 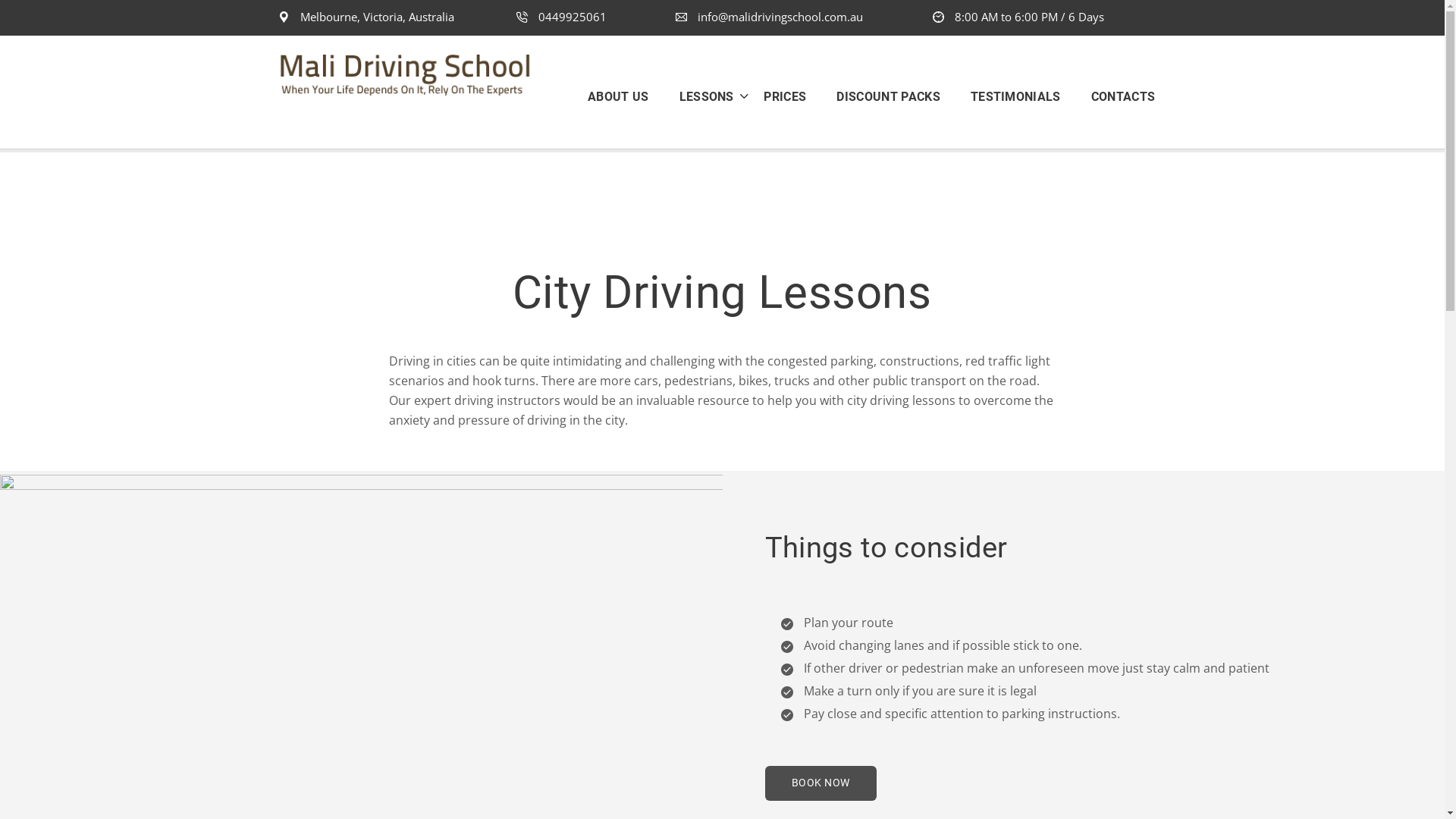 I want to click on 'DISCOUNT PACKS', so click(x=888, y=96).